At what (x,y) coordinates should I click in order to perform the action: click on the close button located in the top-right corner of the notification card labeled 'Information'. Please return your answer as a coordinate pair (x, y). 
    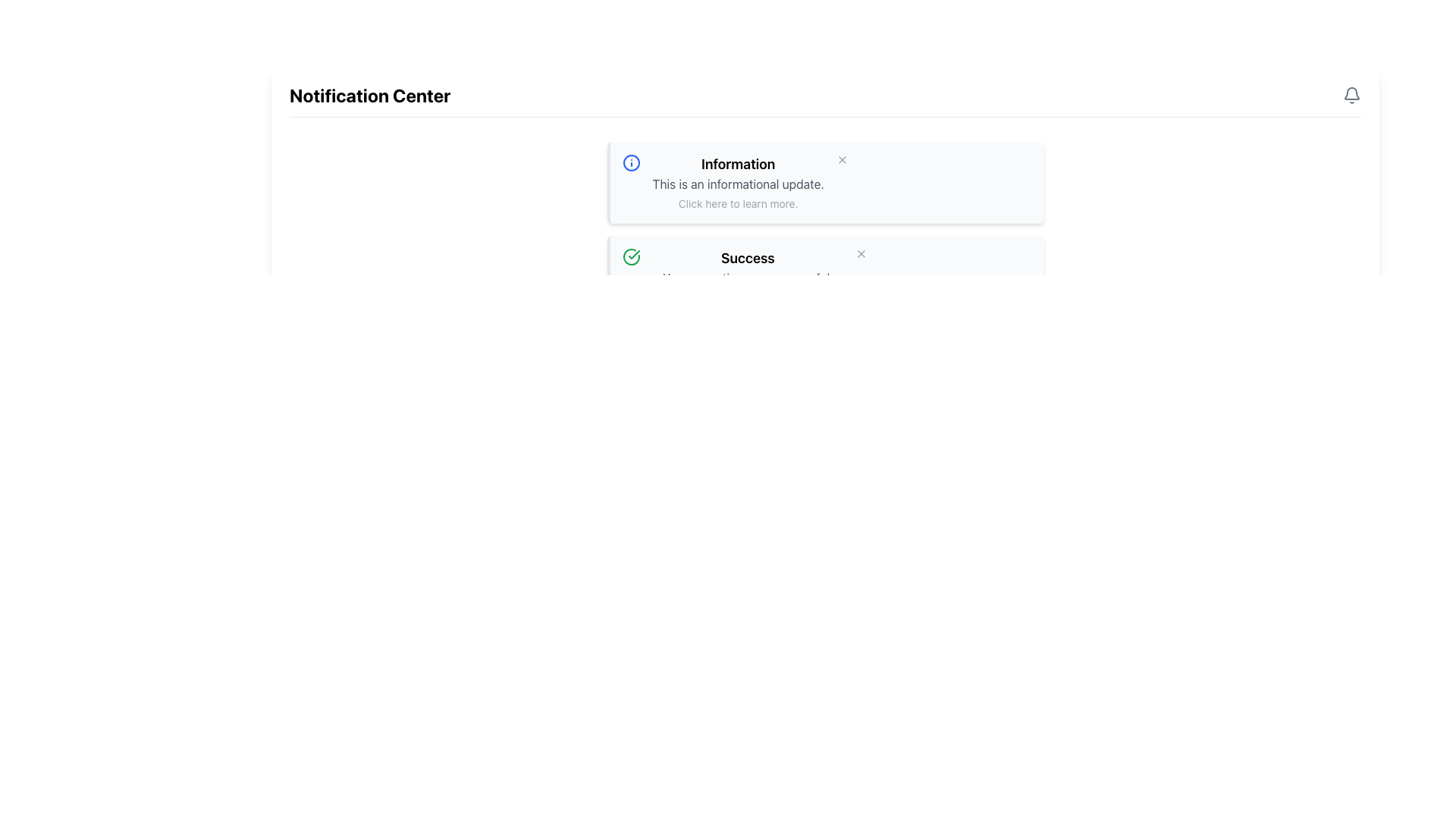
    Looking at the image, I should click on (841, 160).